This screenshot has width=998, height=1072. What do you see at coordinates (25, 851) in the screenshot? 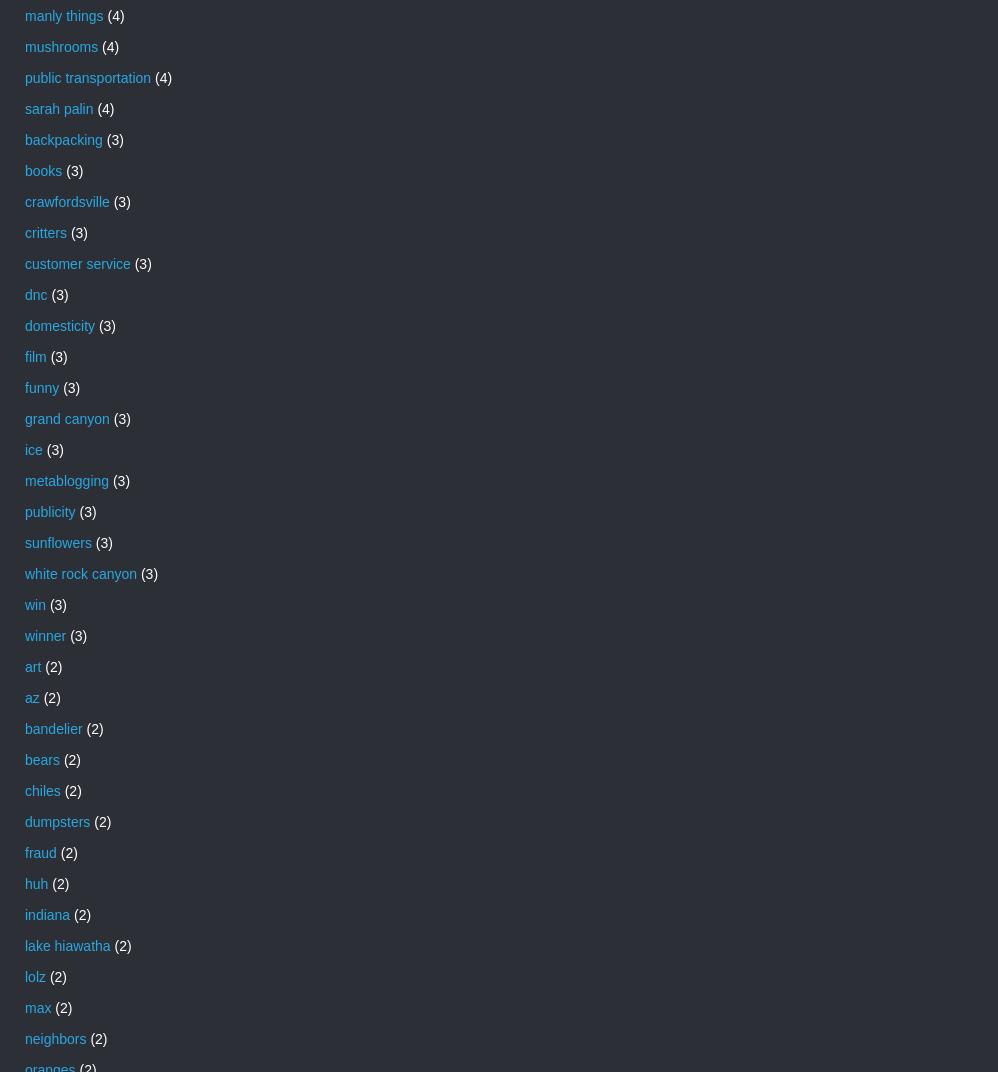
I see `'fraud'` at bounding box center [25, 851].